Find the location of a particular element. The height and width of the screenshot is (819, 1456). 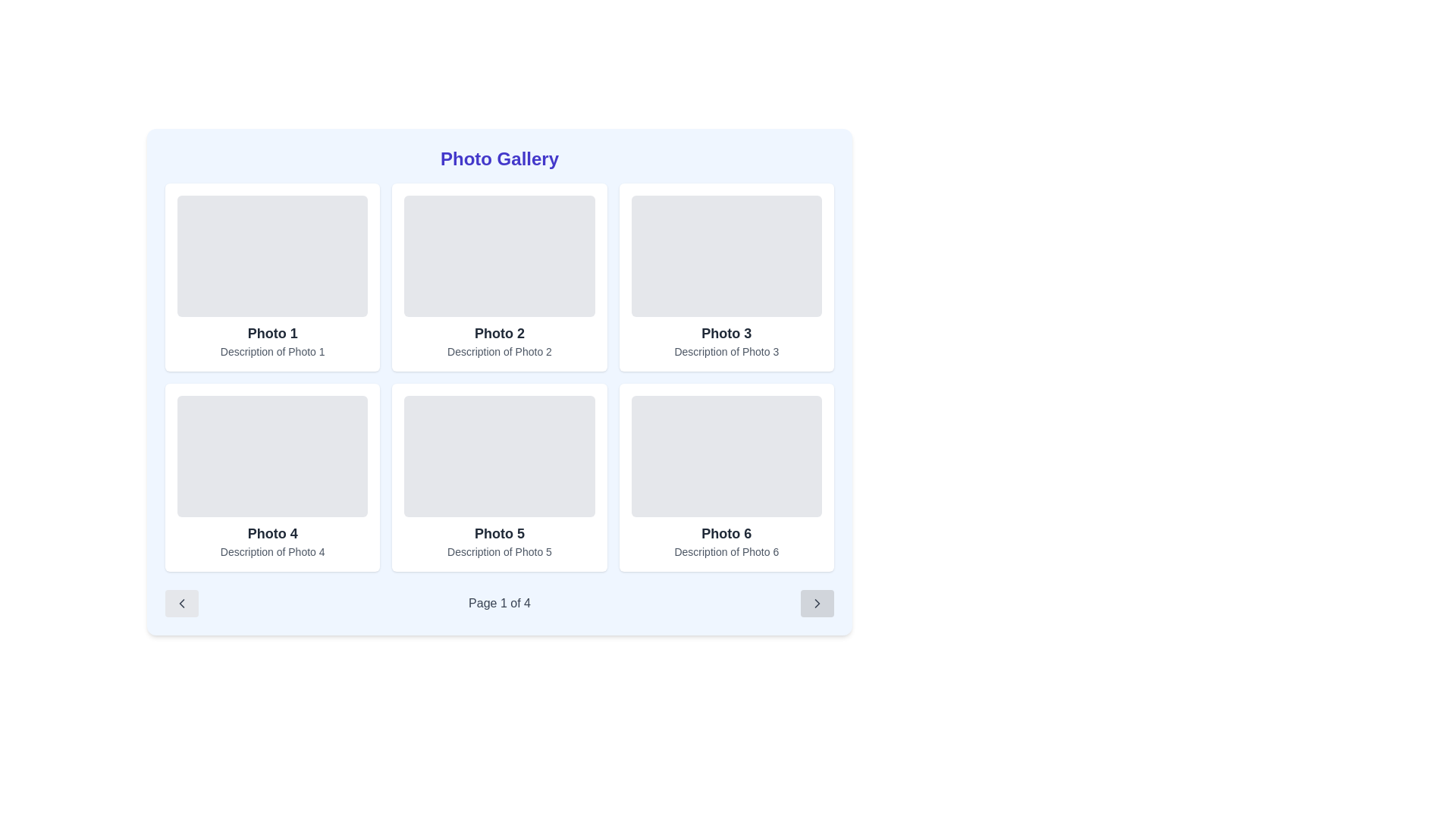

the text label element that displays 'Description of Photo 1', located directly beneath the 'Photo 1' title in the 'Photo Gallery' section is located at coordinates (272, 351).